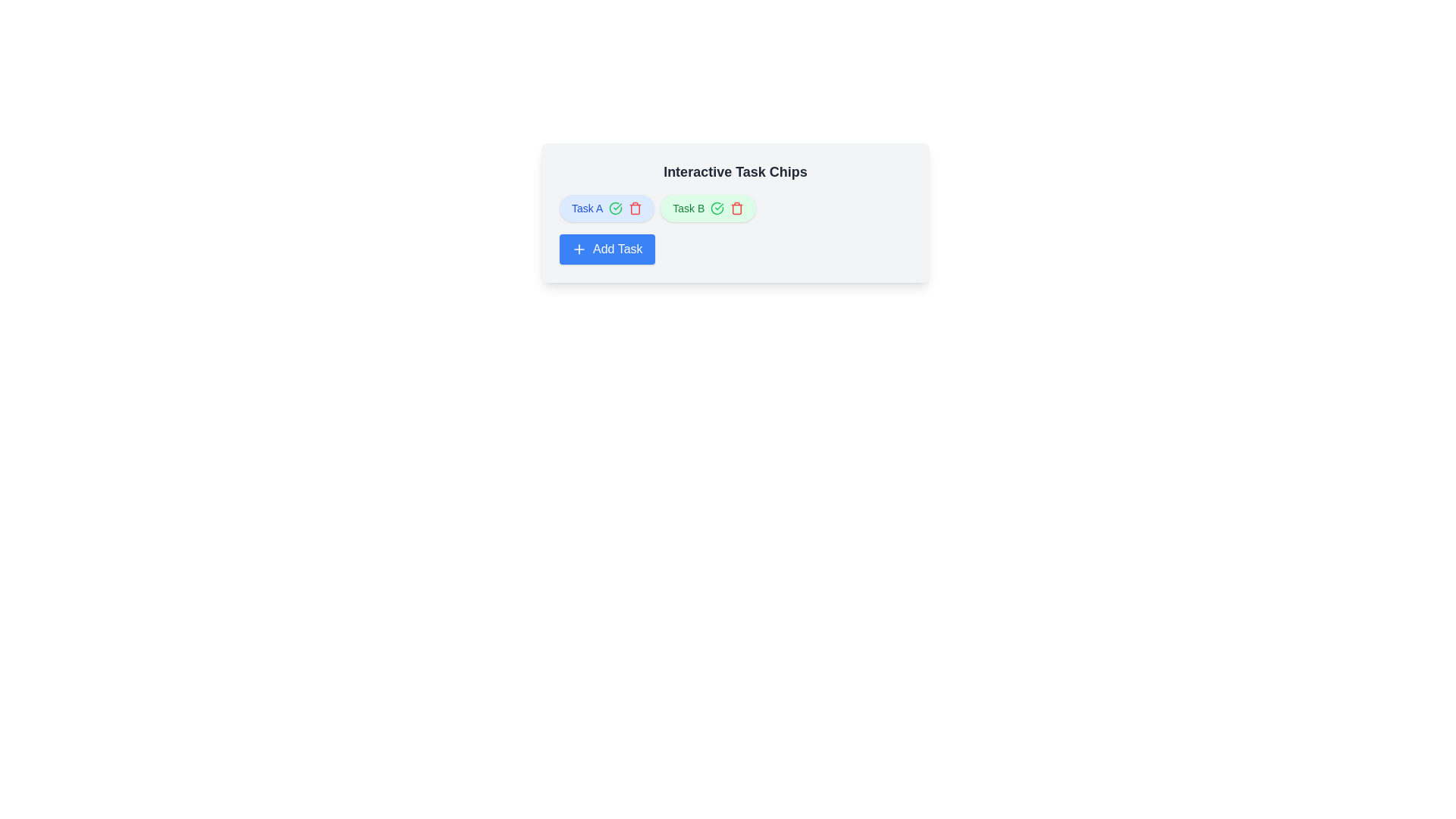 The width and height of the screenshot is (1456, 819). Describe the element at coordinates (708, 208) in the screenshot. I see `the second chip in the horizontal list of task chips, which is styled with a green rounded background and contains the text 'Task B' and action icons` at that location.